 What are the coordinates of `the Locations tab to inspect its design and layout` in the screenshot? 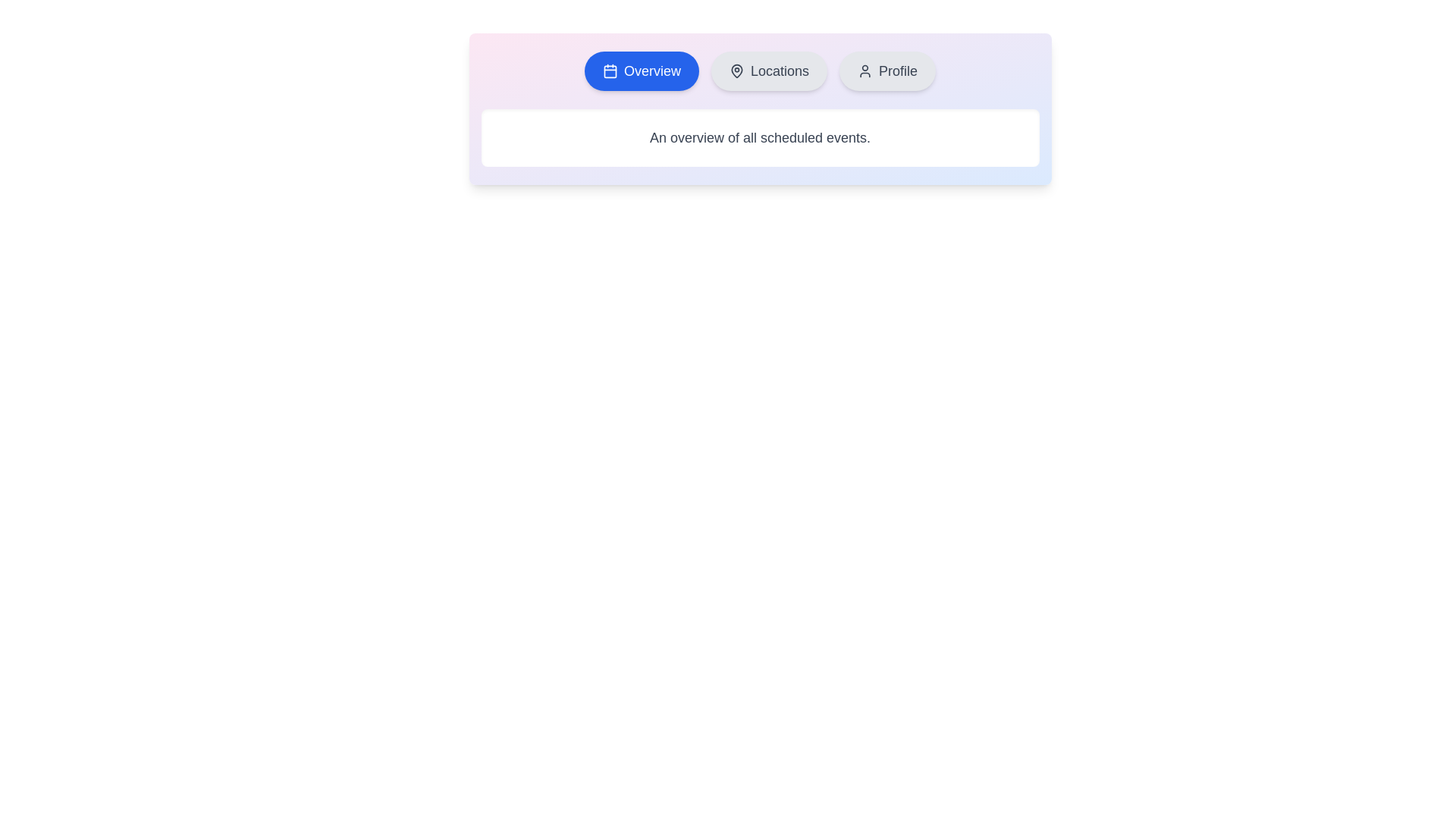 It's located at (769, 71).